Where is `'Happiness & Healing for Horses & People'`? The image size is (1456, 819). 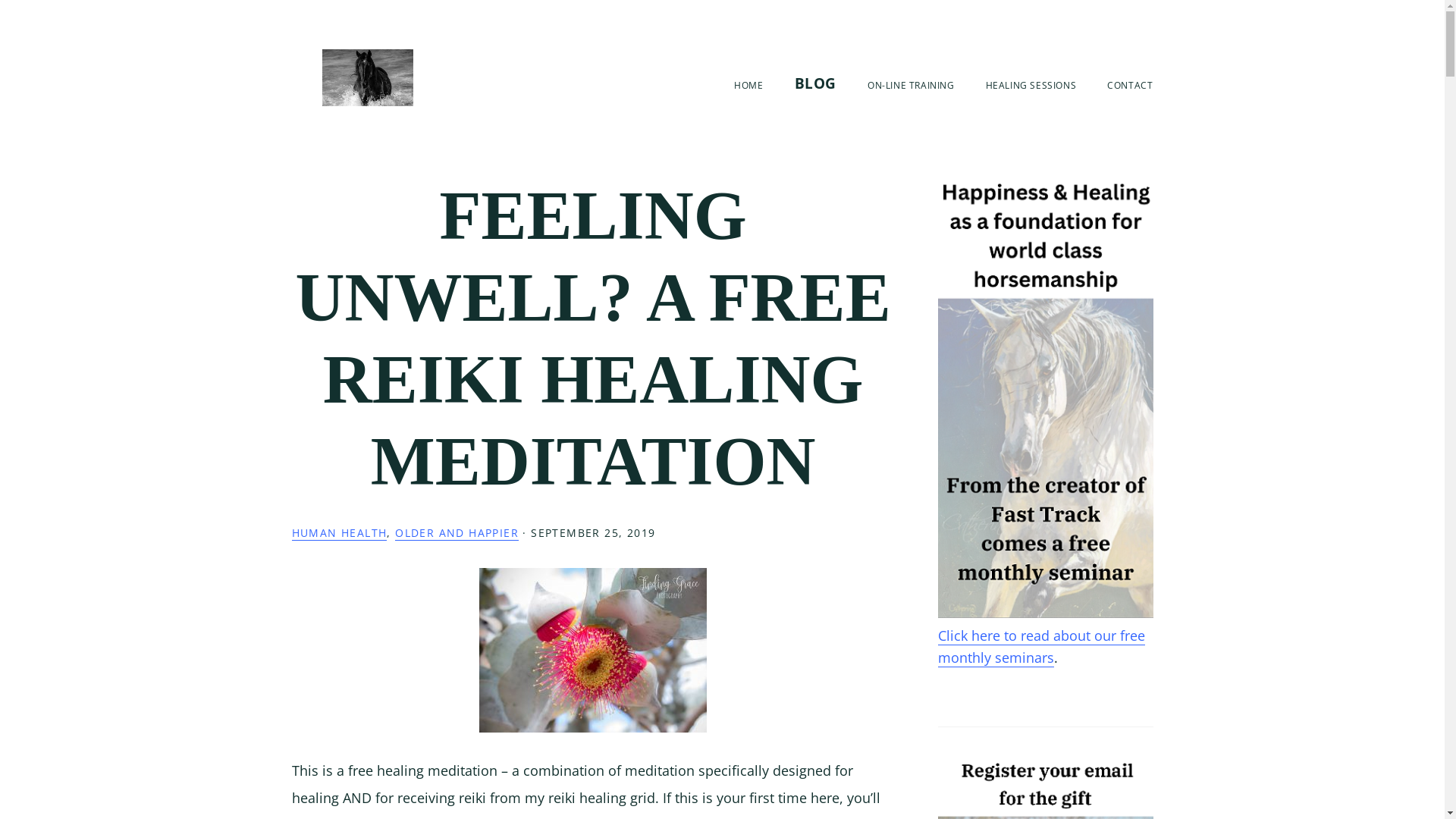
'Happiness & Healing for Horses & People' is located at coordinates (367, 77).